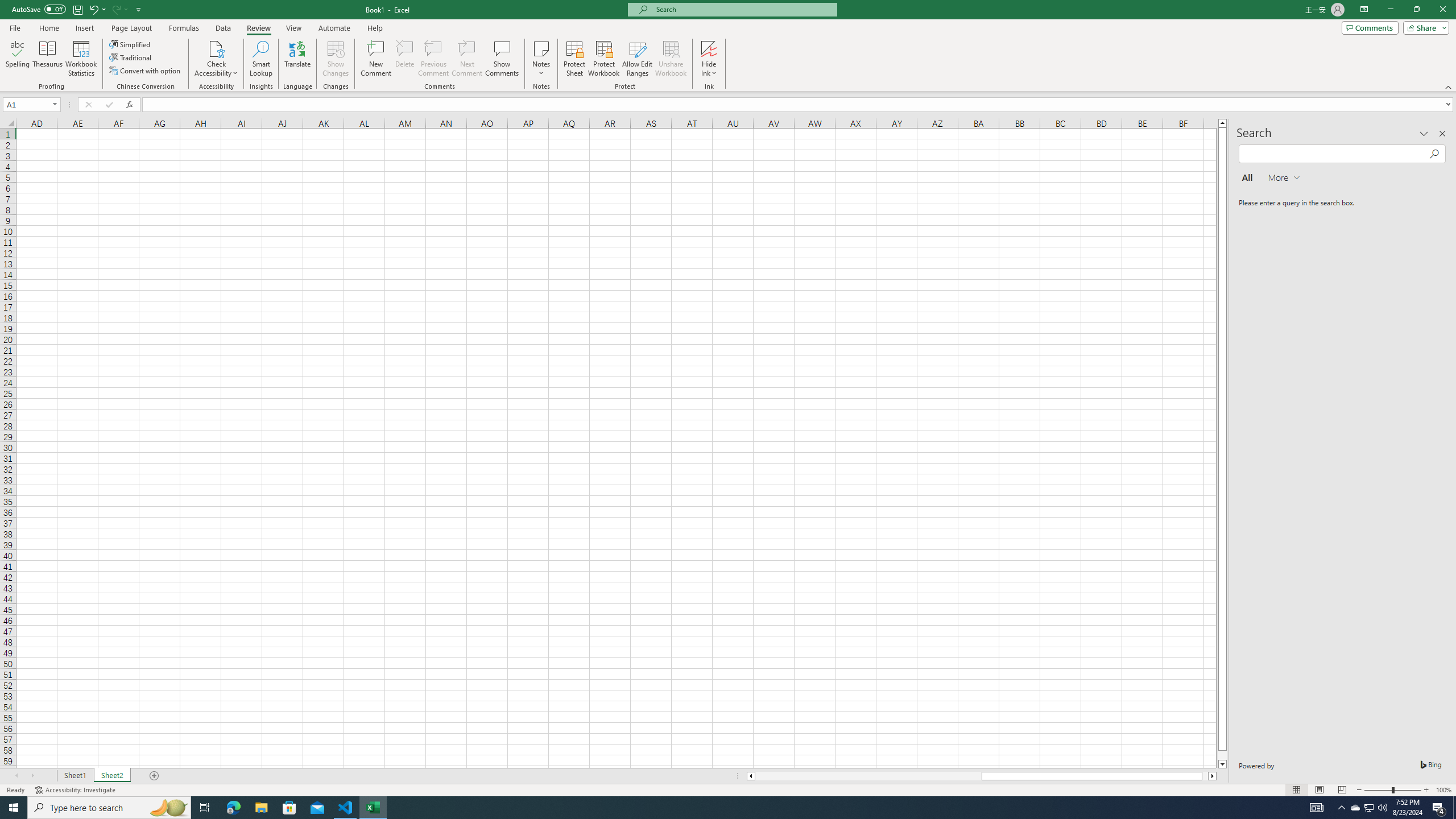 The height and width of the screenshot is (819, 1456). Describe the element at coordinates (81, 59) in the screenshot. I see `'Workbook Statistics'` at that location.